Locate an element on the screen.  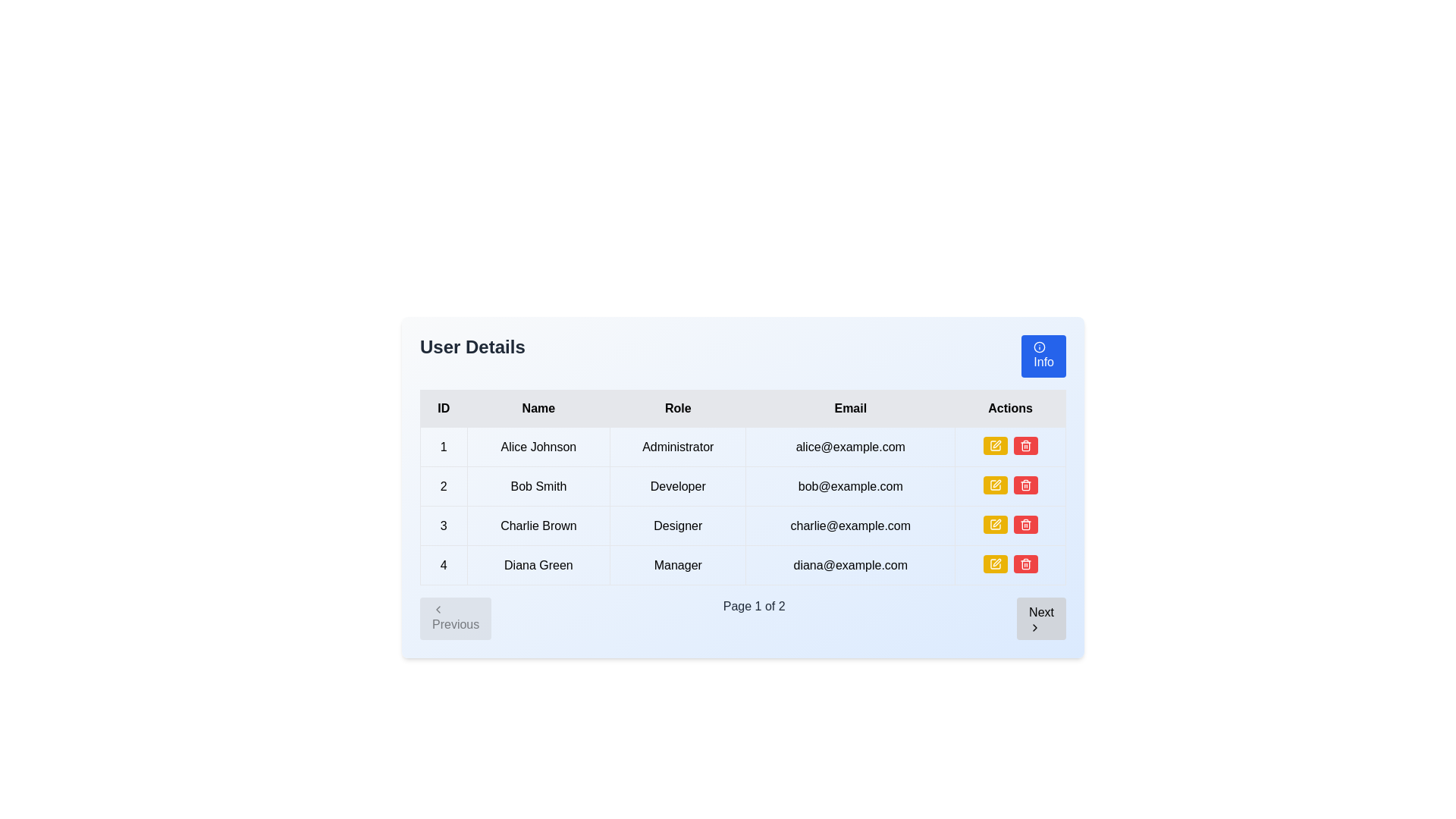
the text label displaying the email address of Alice Johnson, which is located in the fourth column under the 'Email' header of the table is located at coordinates (850, 446).